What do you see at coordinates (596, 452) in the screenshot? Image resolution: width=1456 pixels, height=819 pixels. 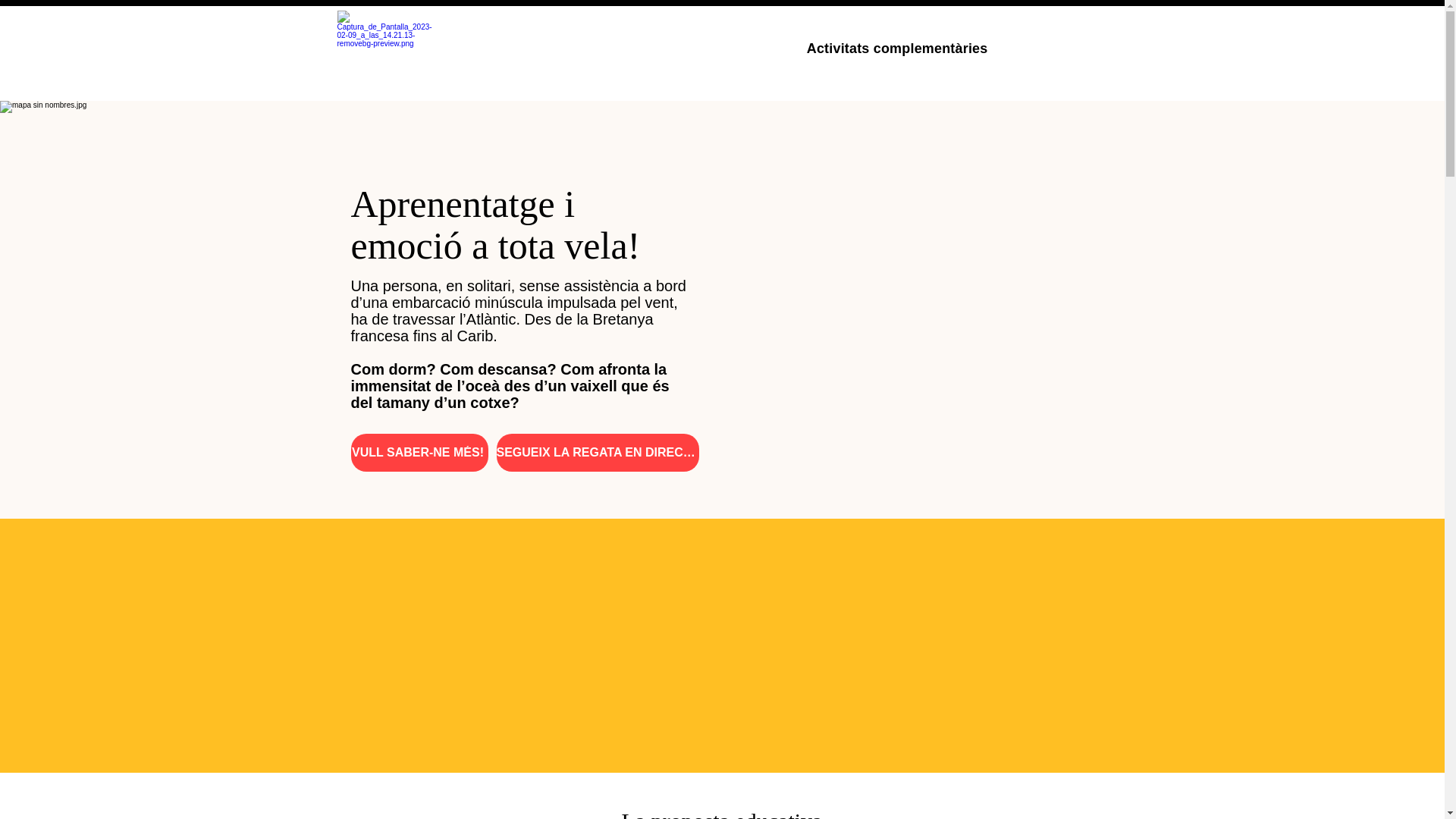 I see `'SEGUEIX LA REGATA EN DIRECTE'` at bounding box center [596, 452].